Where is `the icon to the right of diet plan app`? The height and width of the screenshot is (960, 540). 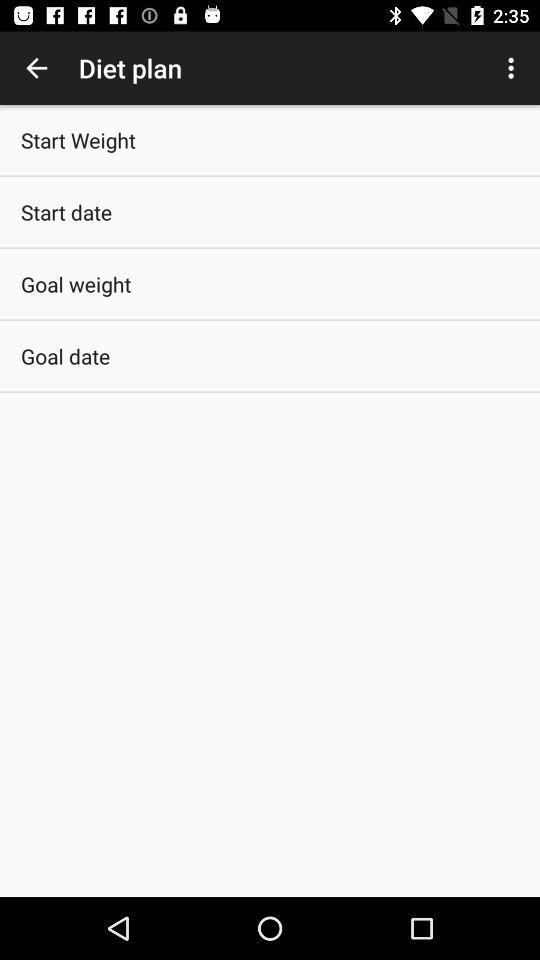 the icon to the right of diet plan app is located at coordinates (513, 68).